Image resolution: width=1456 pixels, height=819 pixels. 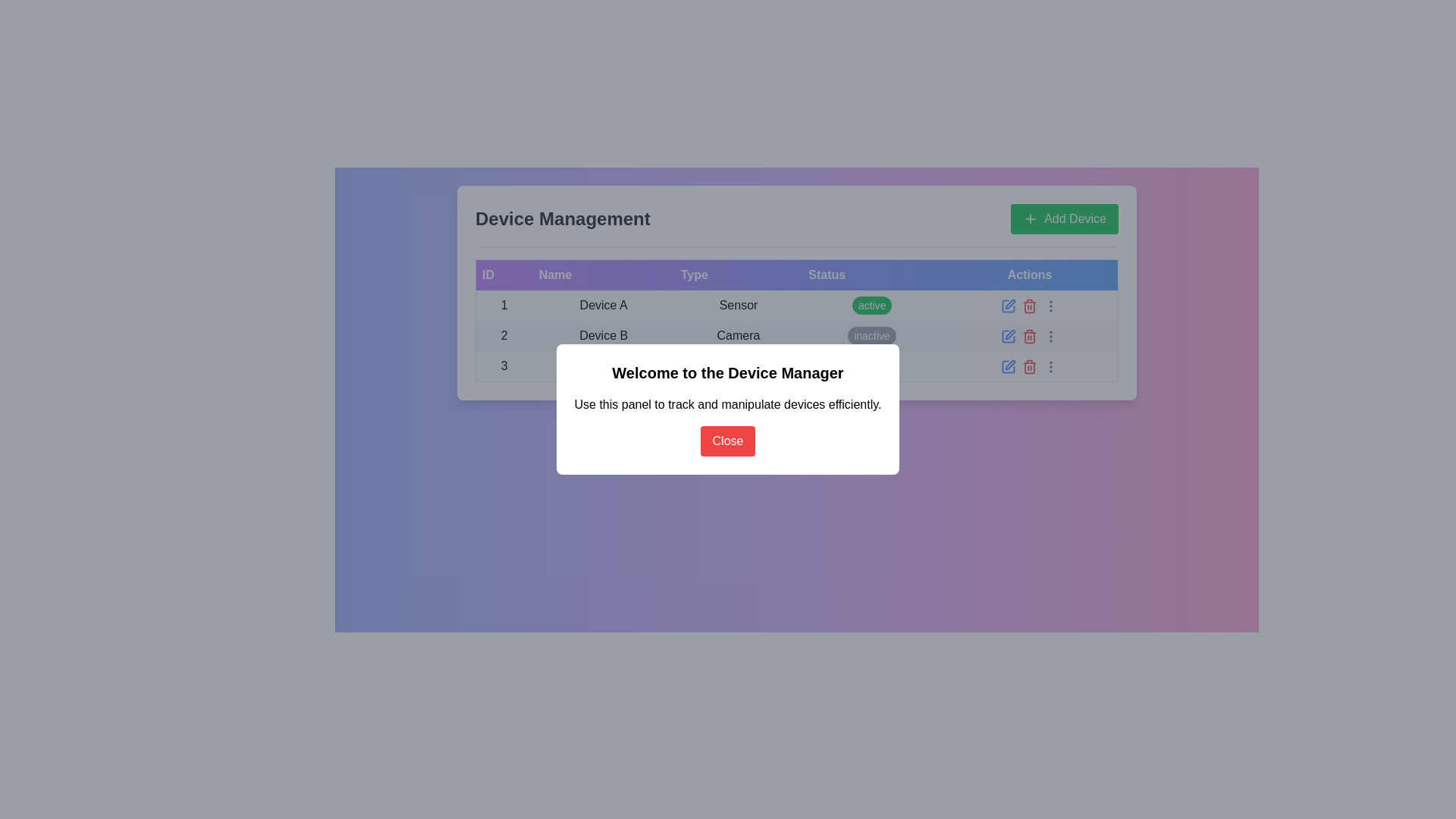 What do you see at coordinates (1030, 366) in the screenshot?
I see `the delete icon located in the Actions column of the third row (Device C) in the table, which is the rightmost cell of this row` at bounding box center [1030, 366].